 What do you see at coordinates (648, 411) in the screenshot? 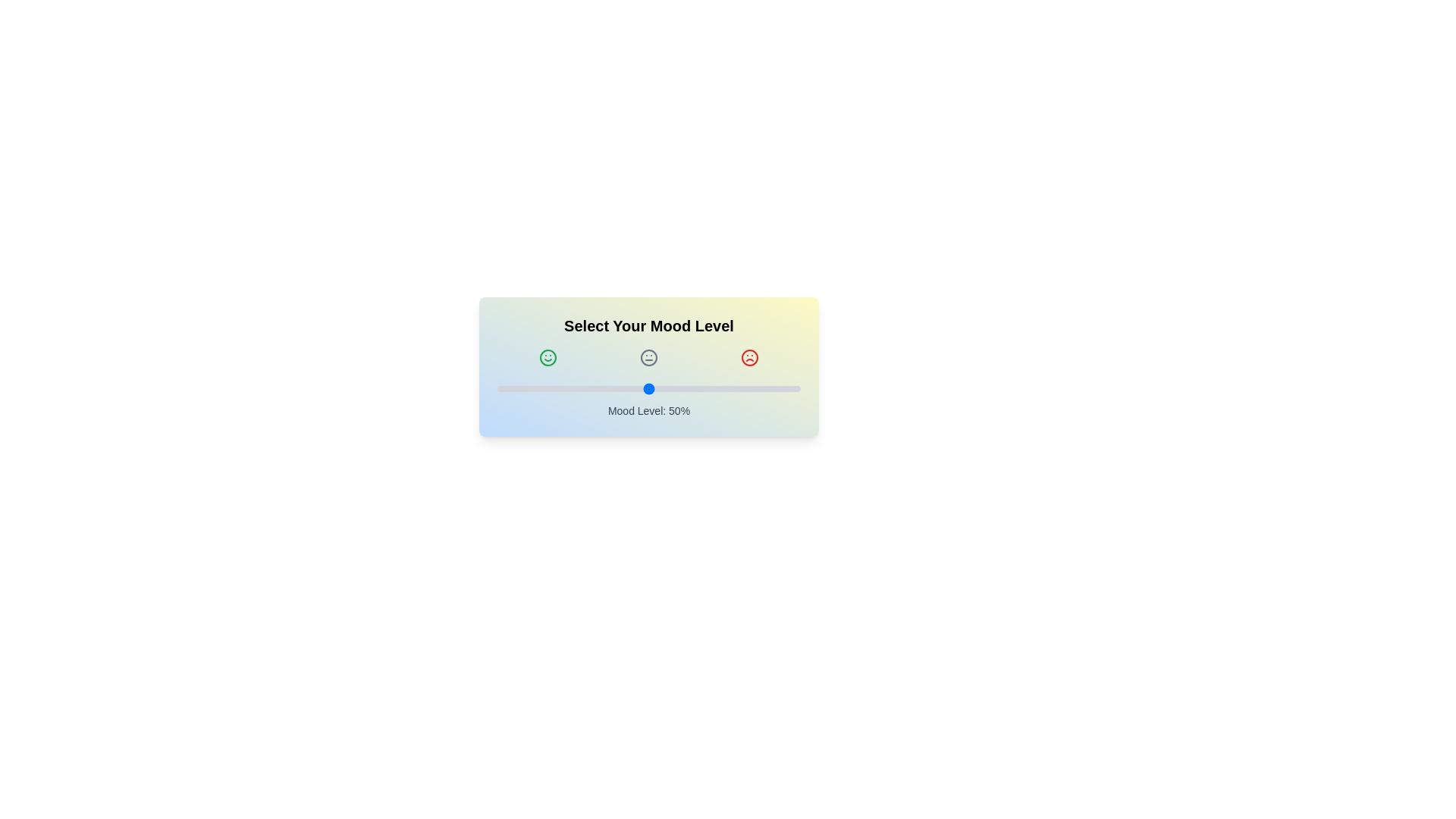
I see `text displayed as 'Mood Level: 50%' which is located at the bottom of the card interface, beneath a horizontal slider` at bounding box center [648, 411].